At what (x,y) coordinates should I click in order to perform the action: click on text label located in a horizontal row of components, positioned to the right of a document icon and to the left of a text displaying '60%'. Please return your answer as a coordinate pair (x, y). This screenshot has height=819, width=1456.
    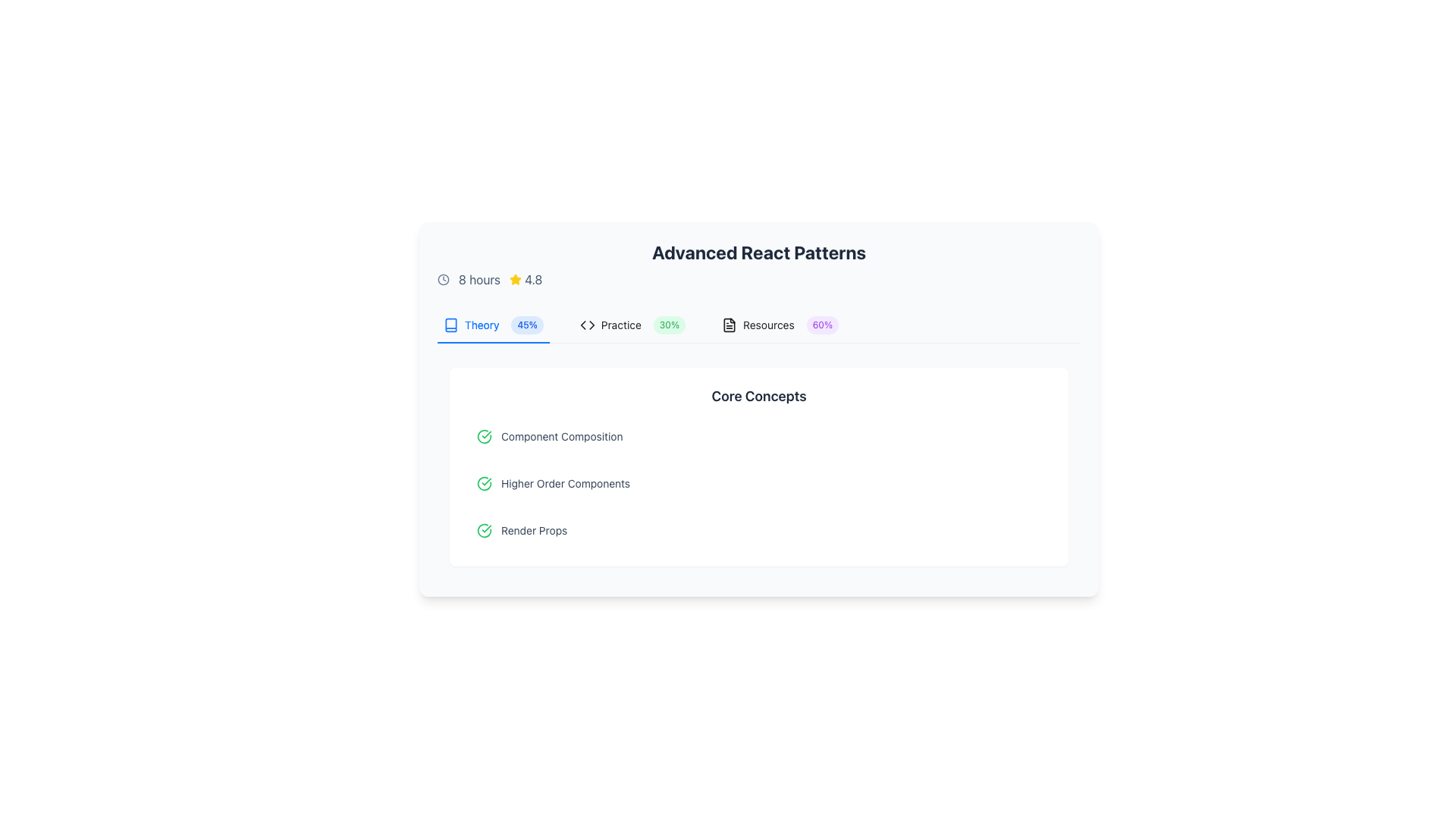
    Looking at the image, I should click on (768, 324).